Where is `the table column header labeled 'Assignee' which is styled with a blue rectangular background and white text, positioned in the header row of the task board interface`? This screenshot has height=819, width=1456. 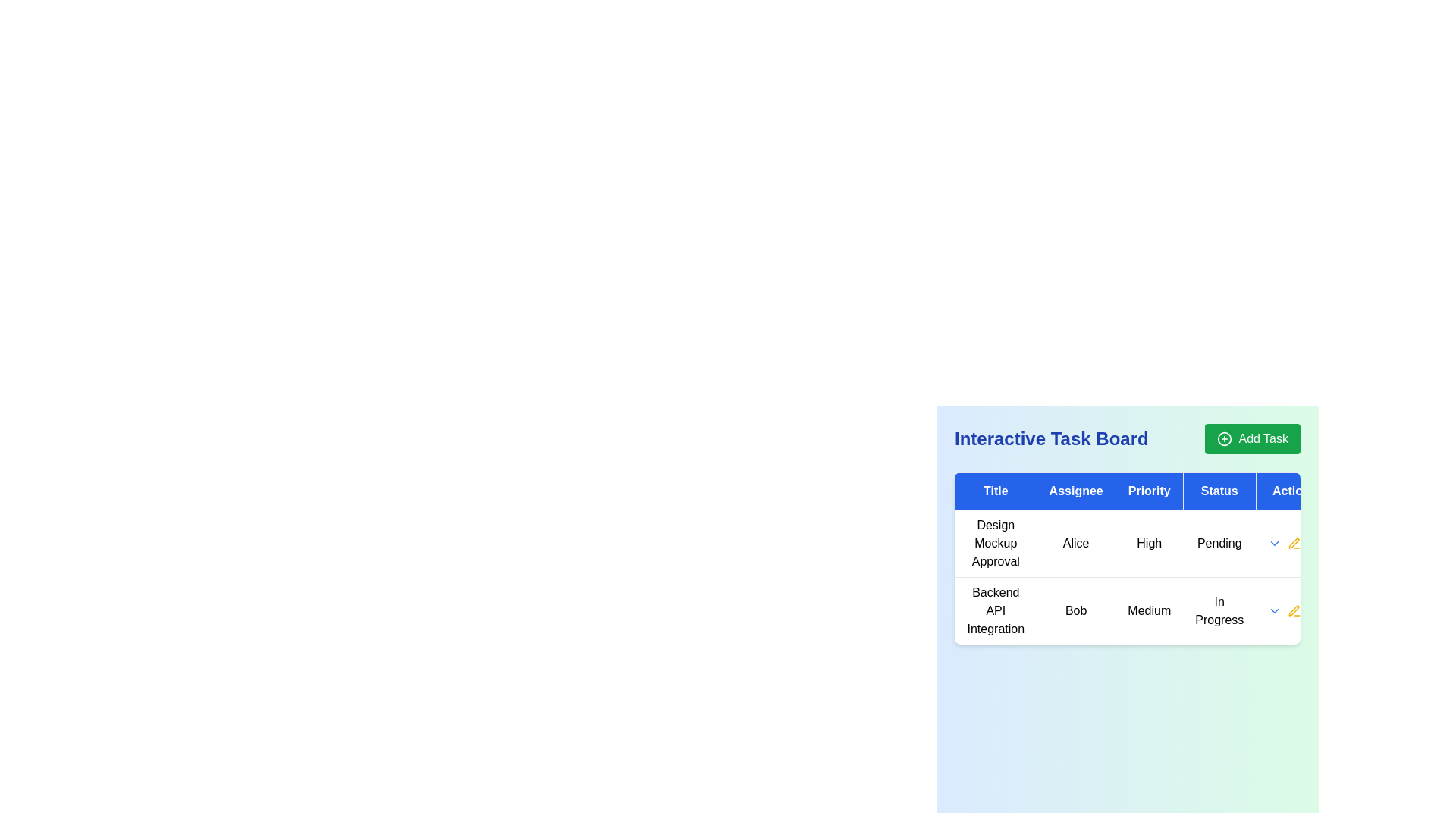
the table column header labeled 'Assignee' which is styled with a blue rectangular background and white text, positioned in the header row of the task board interface is located at coordinates (1075, 491).